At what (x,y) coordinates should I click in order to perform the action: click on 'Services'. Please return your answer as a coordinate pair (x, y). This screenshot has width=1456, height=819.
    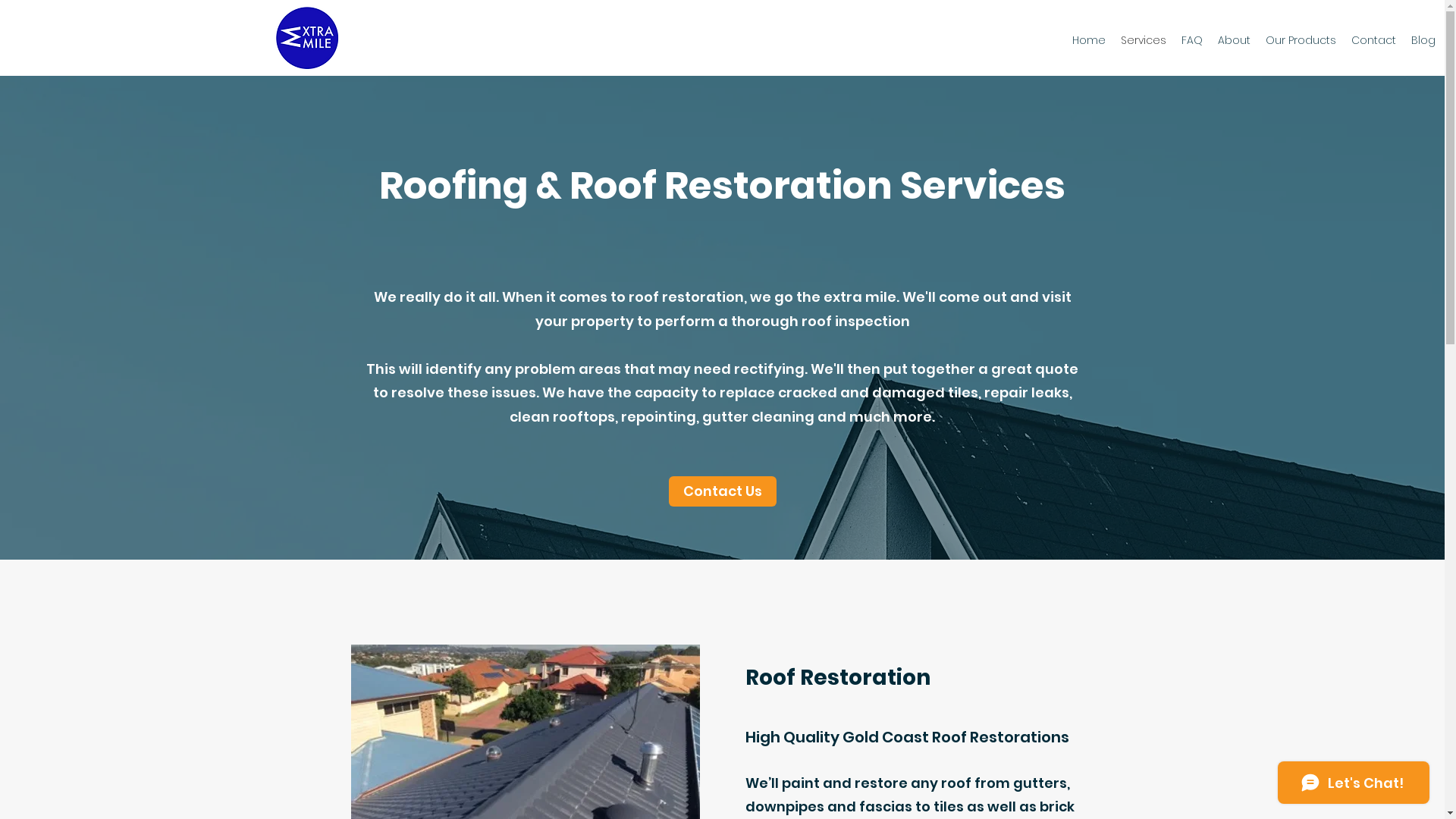
    Looking at the image, I should click on (1143, 39).